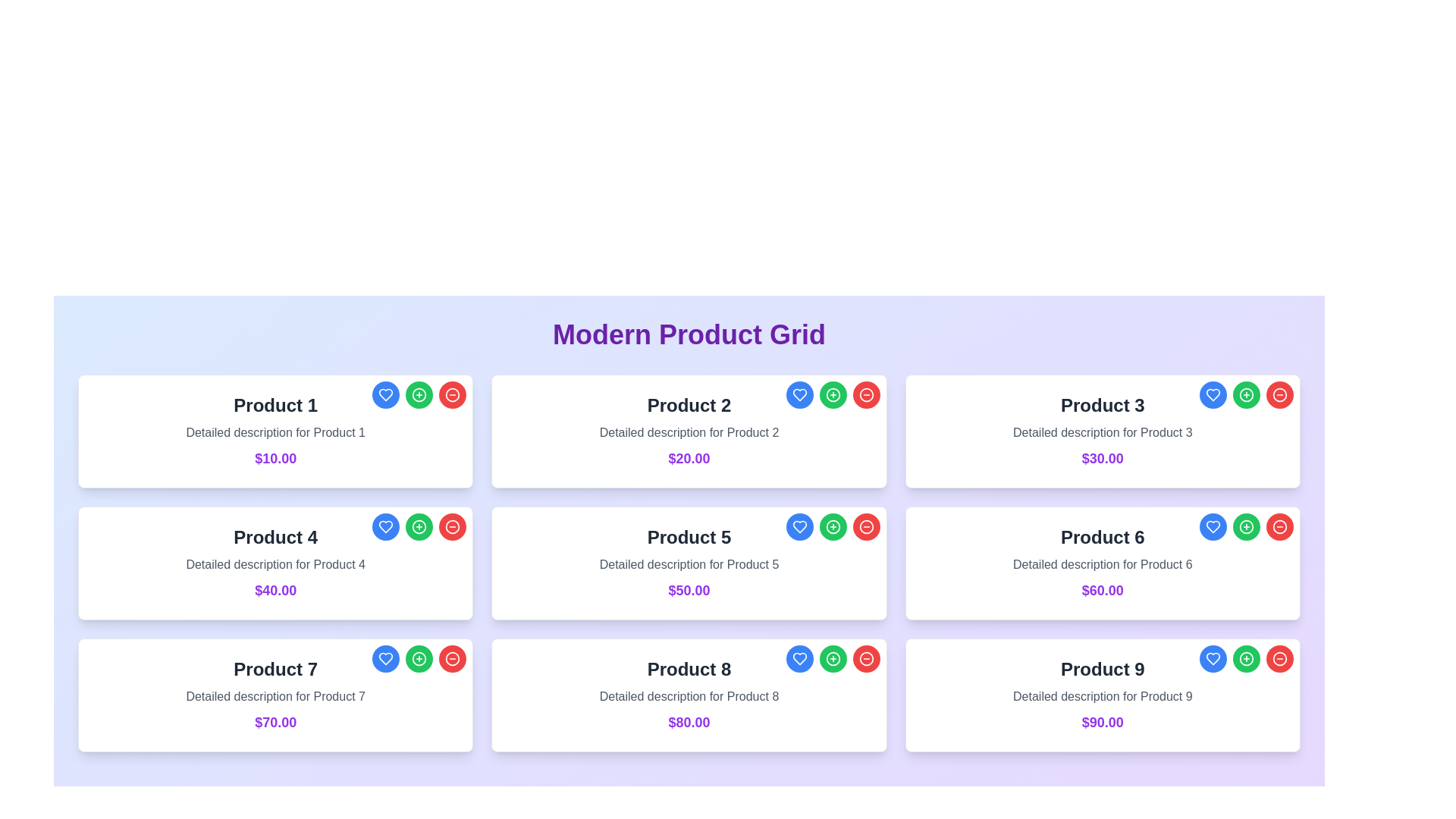  Describe the element at coordinates (1246, 526) in the screenshot. I see `the green circular icon with a plus symbol in the center, located on the right side of the second card in the bottom row of the grid, below 'Product 6'` at that location.